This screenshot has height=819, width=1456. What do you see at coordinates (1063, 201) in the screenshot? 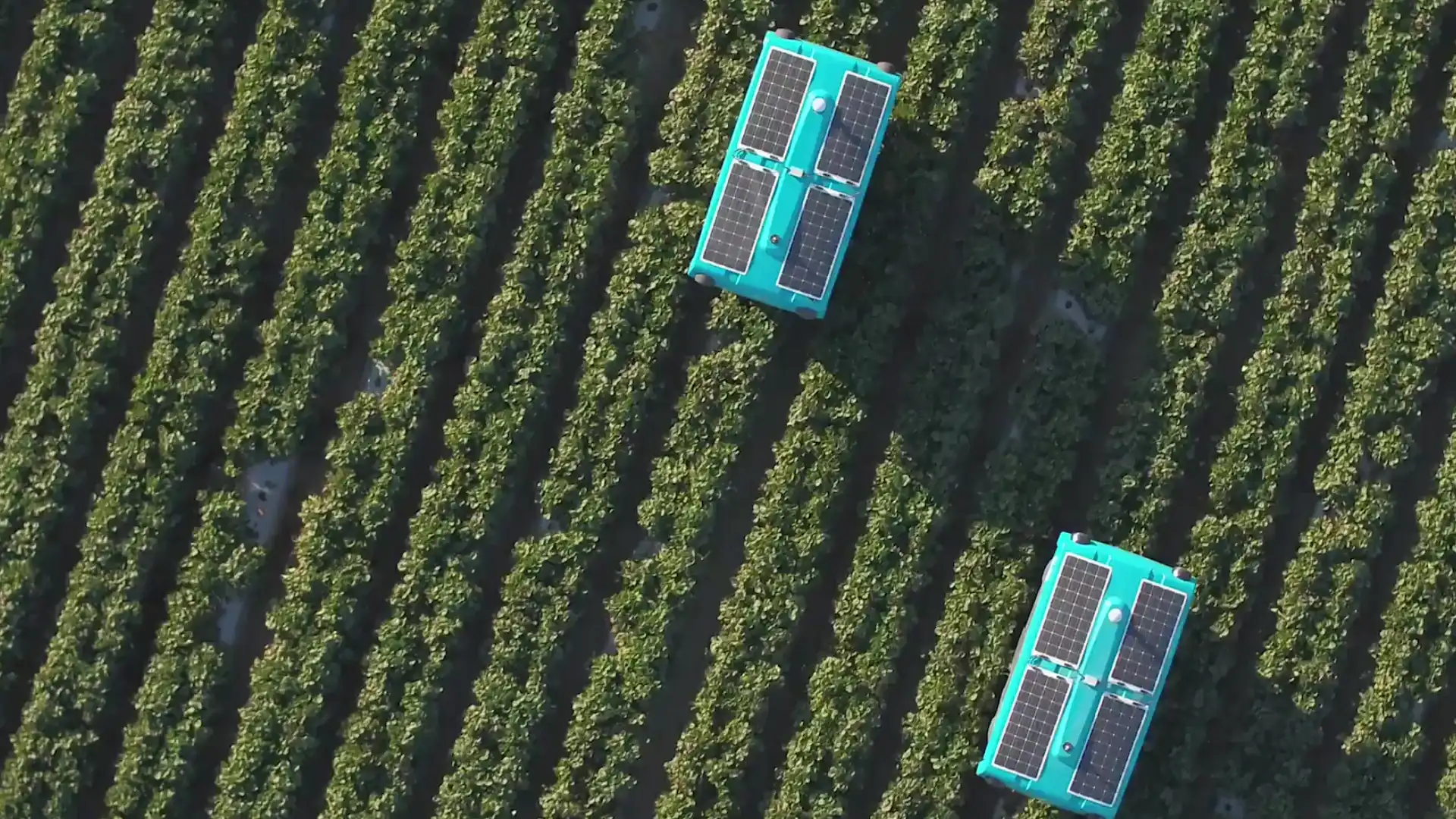
I see `LEARN` at bounding box center [1063, 201].